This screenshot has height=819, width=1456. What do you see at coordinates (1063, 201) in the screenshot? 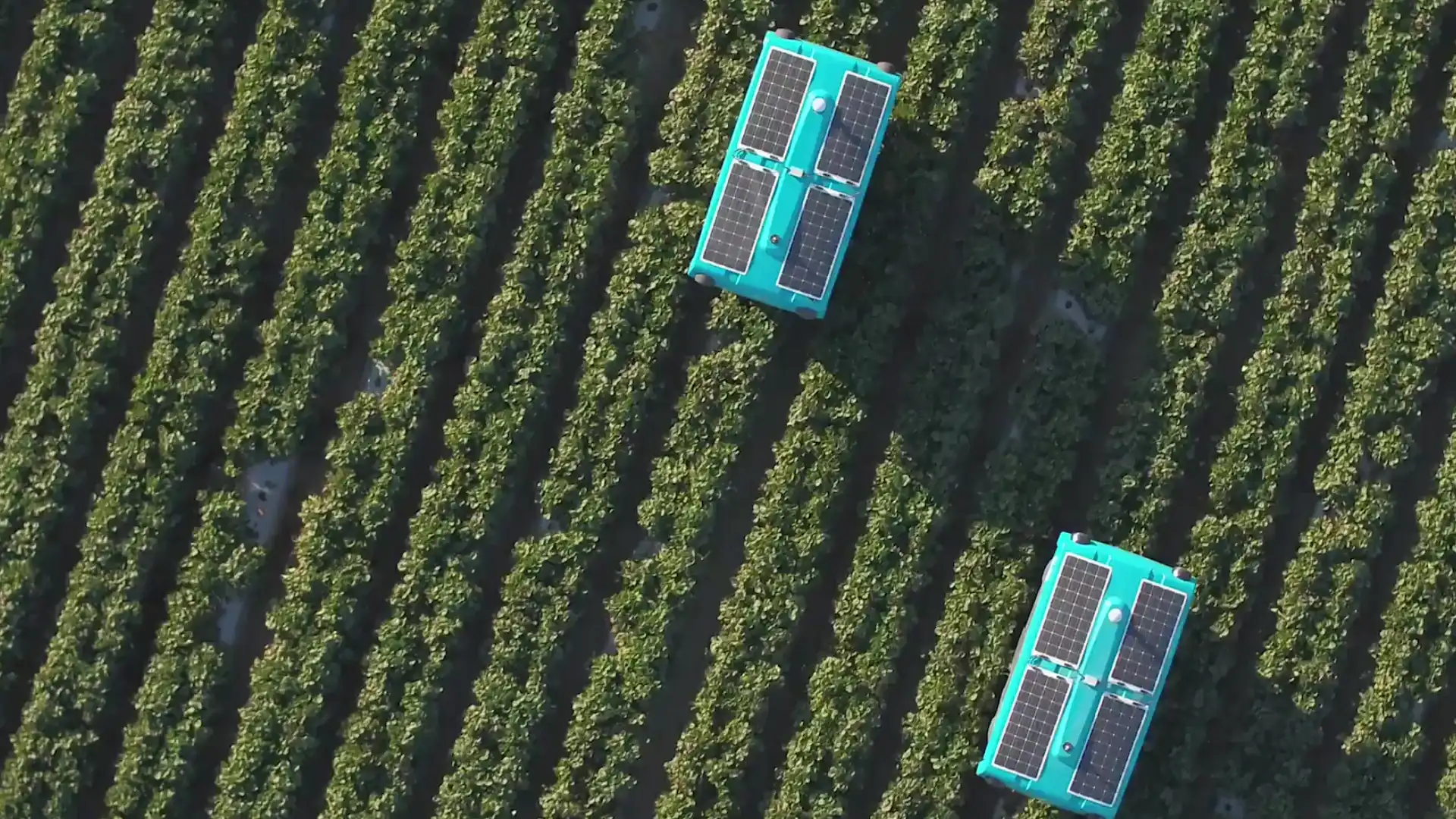
I see `LEARN` at bounding box center [1063, 201].